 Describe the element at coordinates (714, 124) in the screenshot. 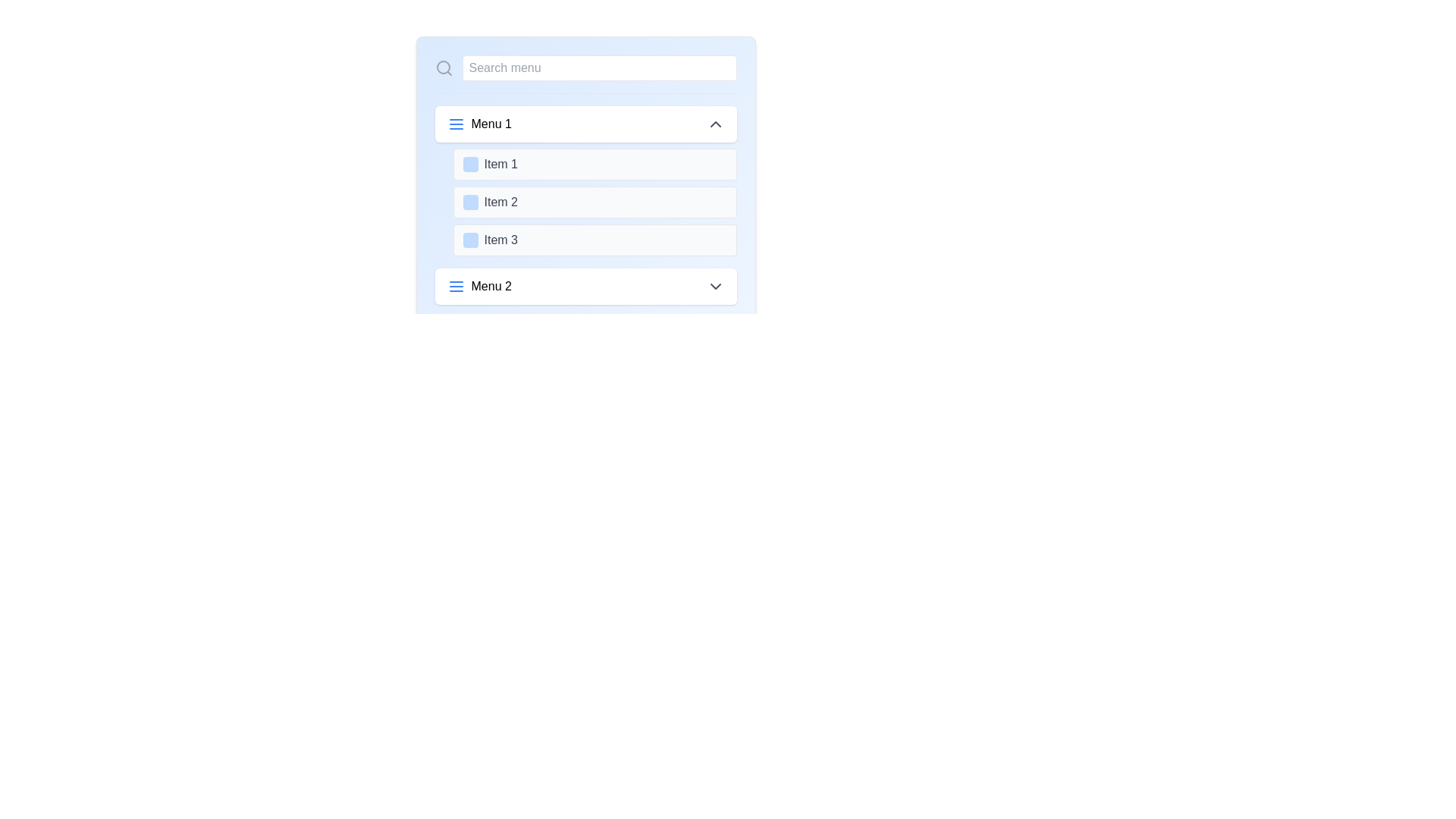

I see `the Dropdown toggle icon located to the right of the 'Menu 1' text` at that location.